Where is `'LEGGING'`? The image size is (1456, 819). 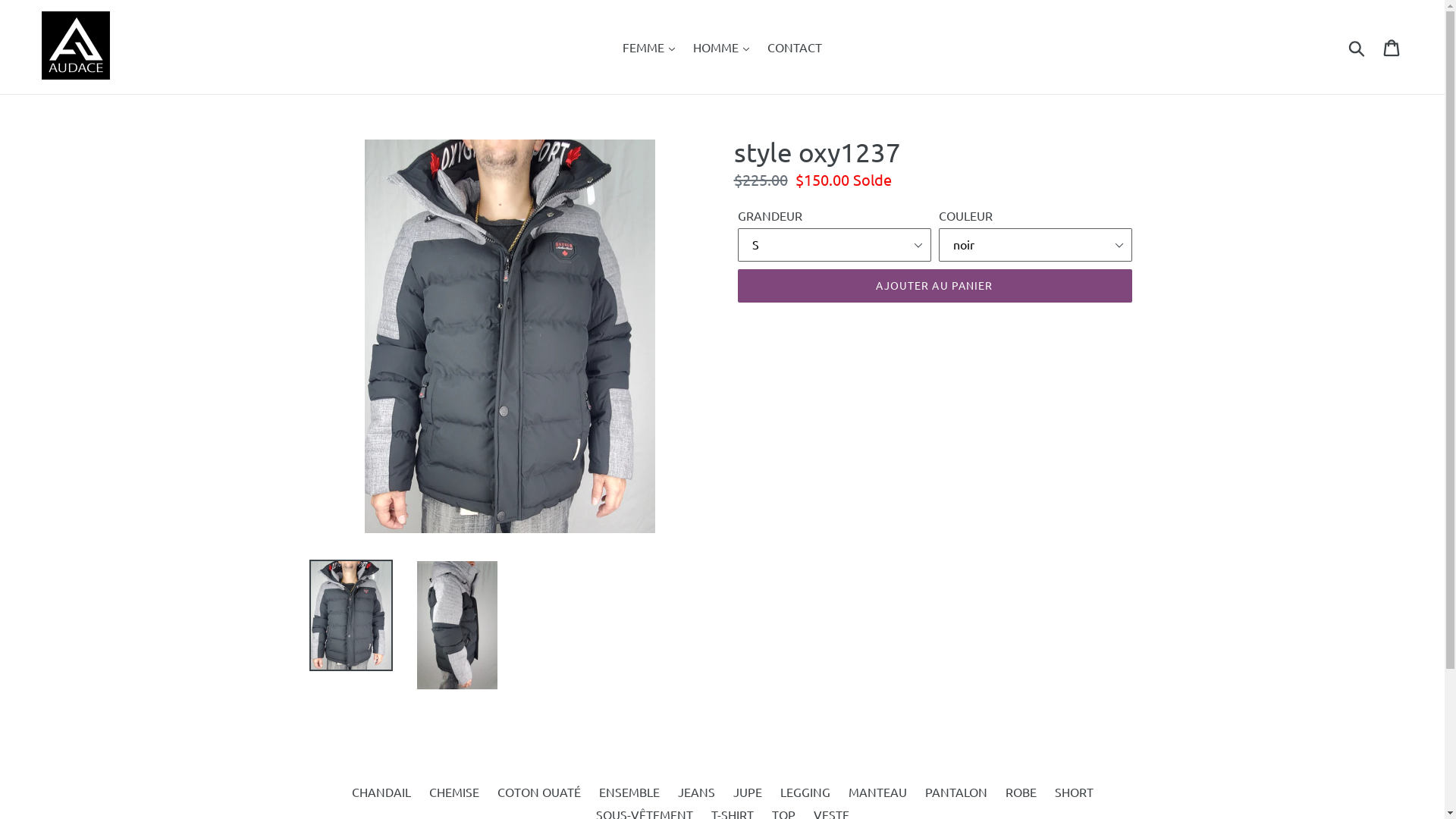 'LEGGING' is located at coordinates (803, 791).